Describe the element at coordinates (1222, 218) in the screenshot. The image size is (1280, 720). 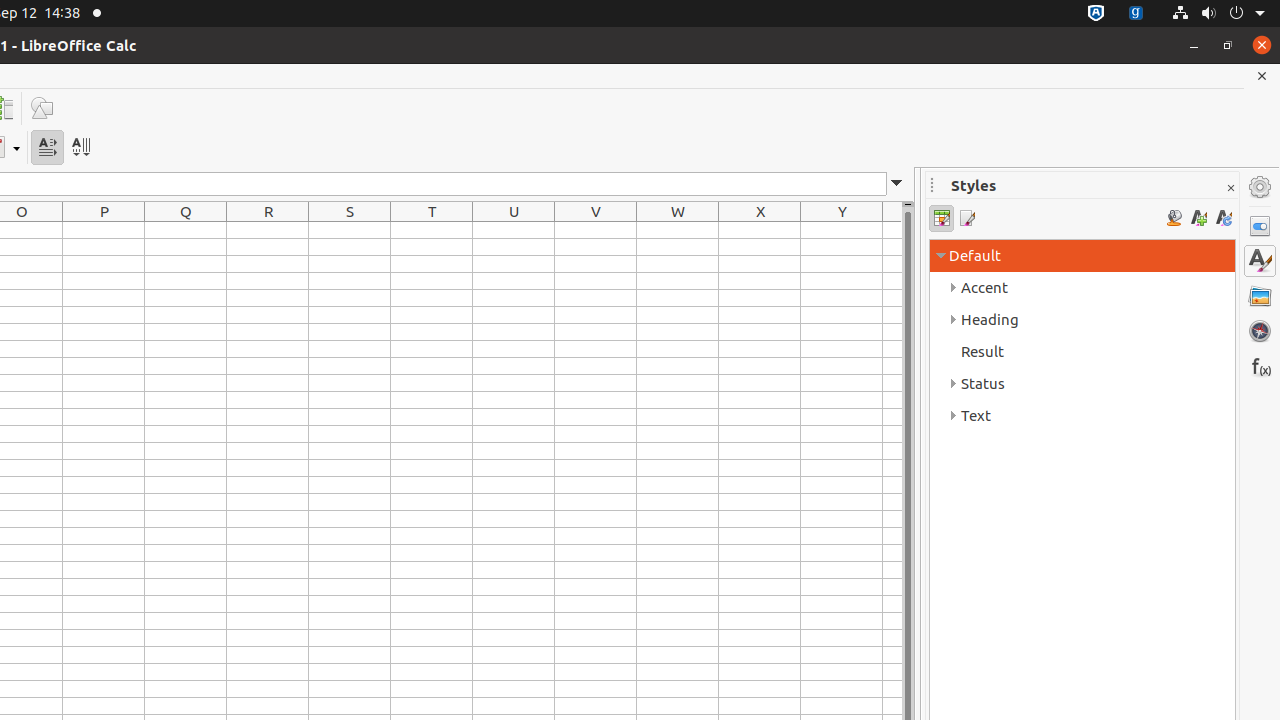
I see `'Update Style'` at that location.